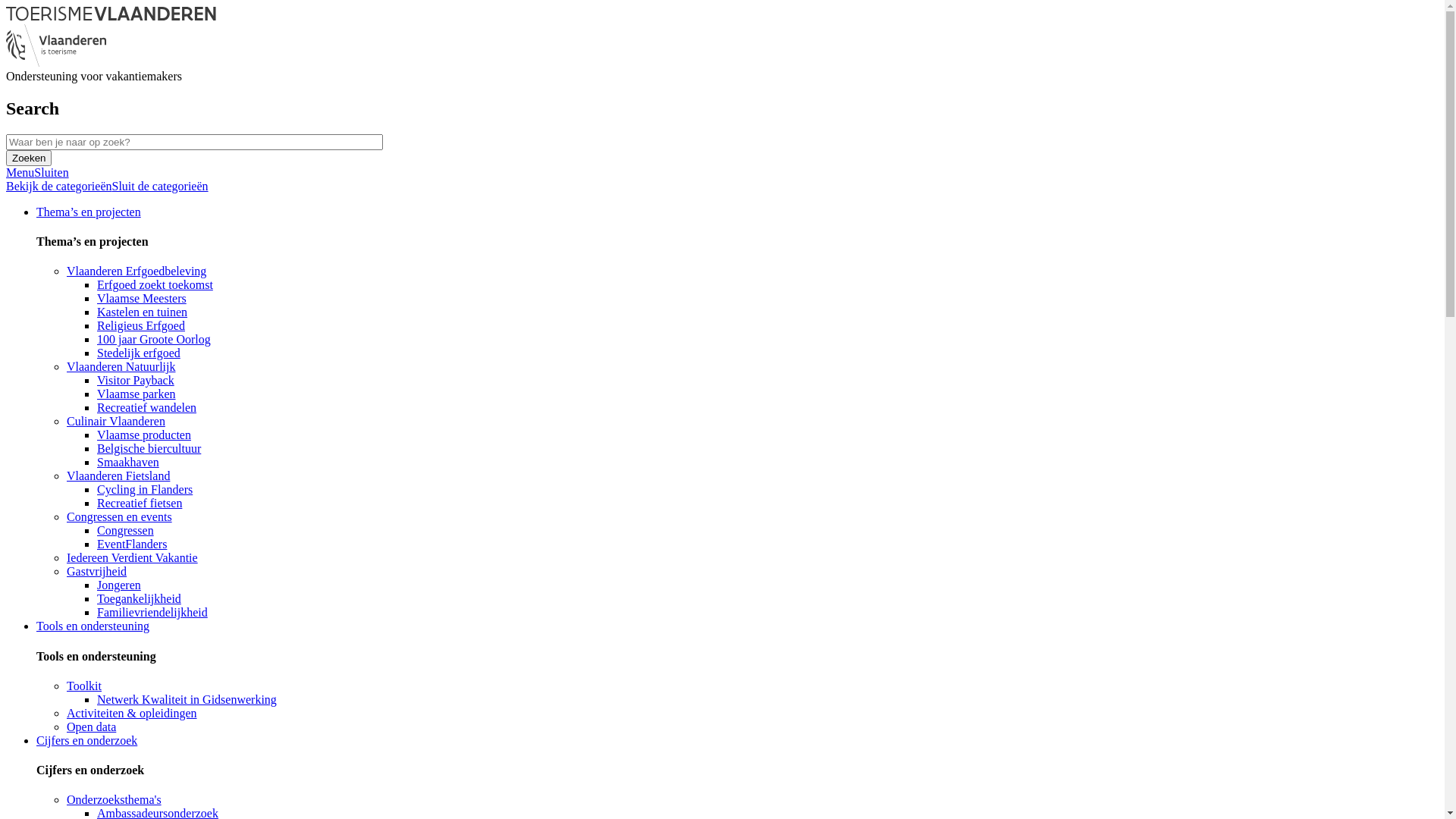  I want to click on 'Vlaanderen Natuurlijk', so click(65, 366).